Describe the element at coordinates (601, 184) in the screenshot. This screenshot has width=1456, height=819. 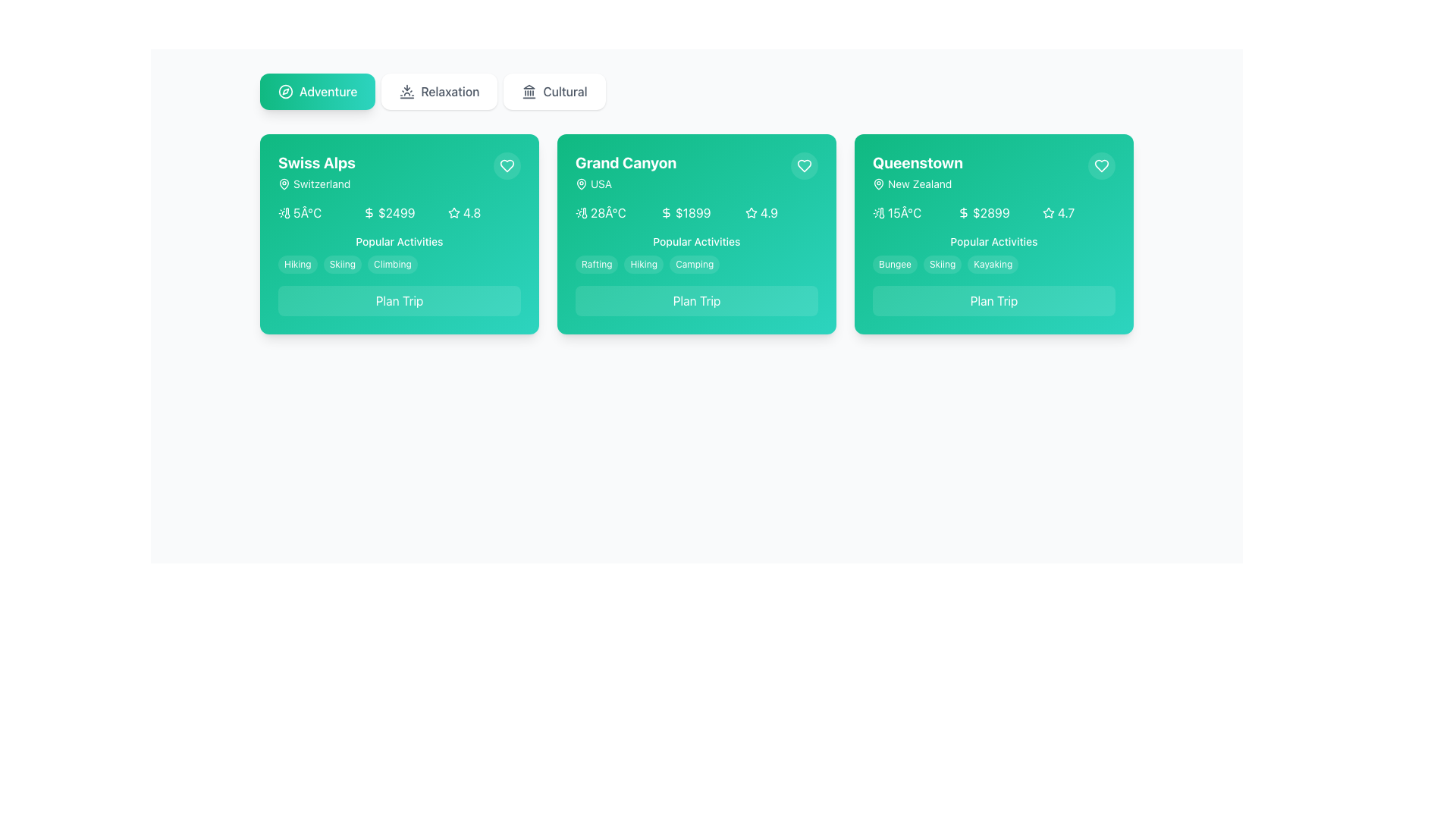
I see `text label displaying 'USA' located next to the location pin icon in the Grand Canyon card` at that location.